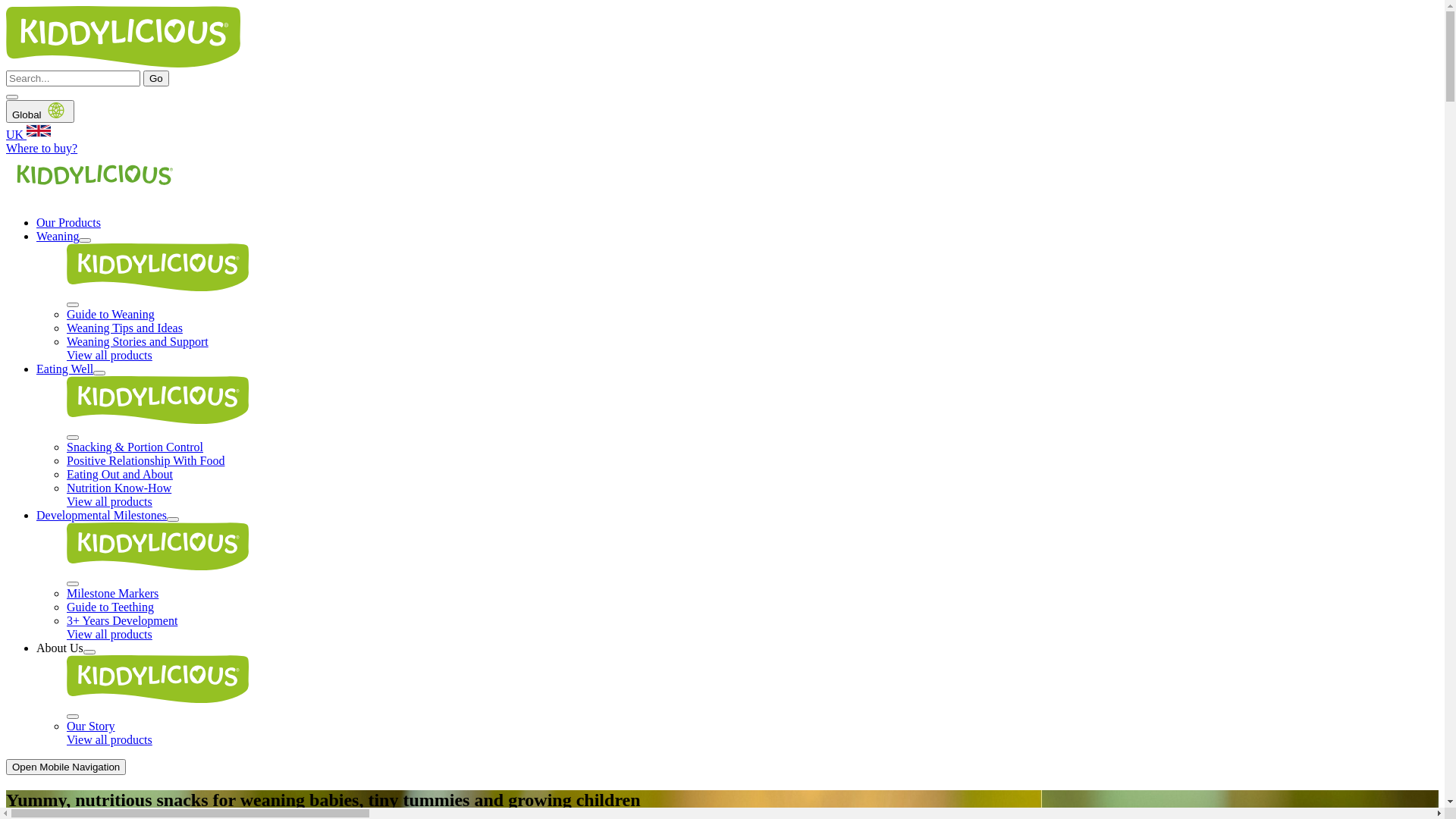 Image resolution: width=1456 pixels, height=819 pixels. I want to click on 'Open Mobile Navigation', so click(64, 767).